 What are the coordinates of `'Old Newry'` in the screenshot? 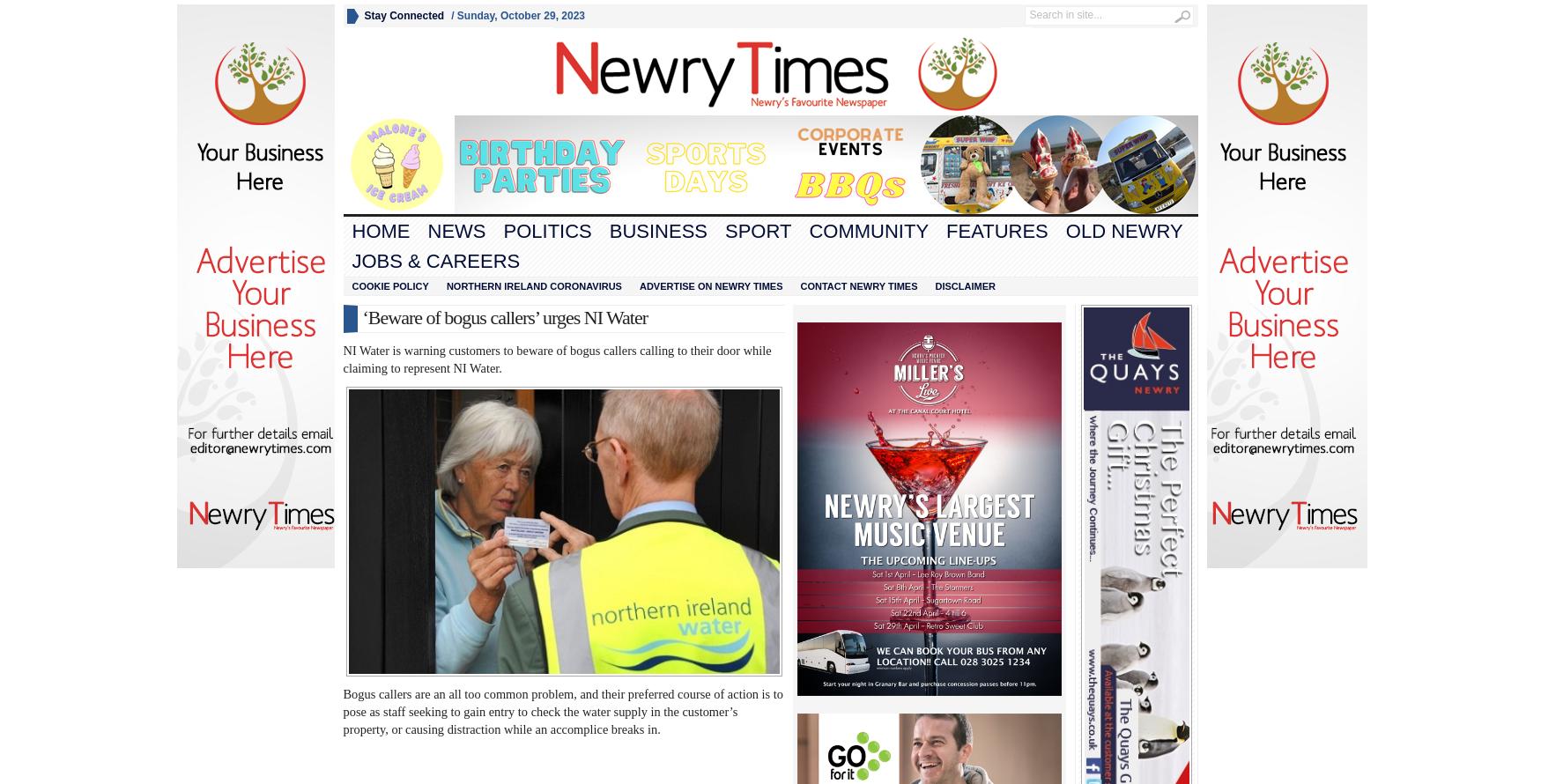 It's located at (1122, 230).